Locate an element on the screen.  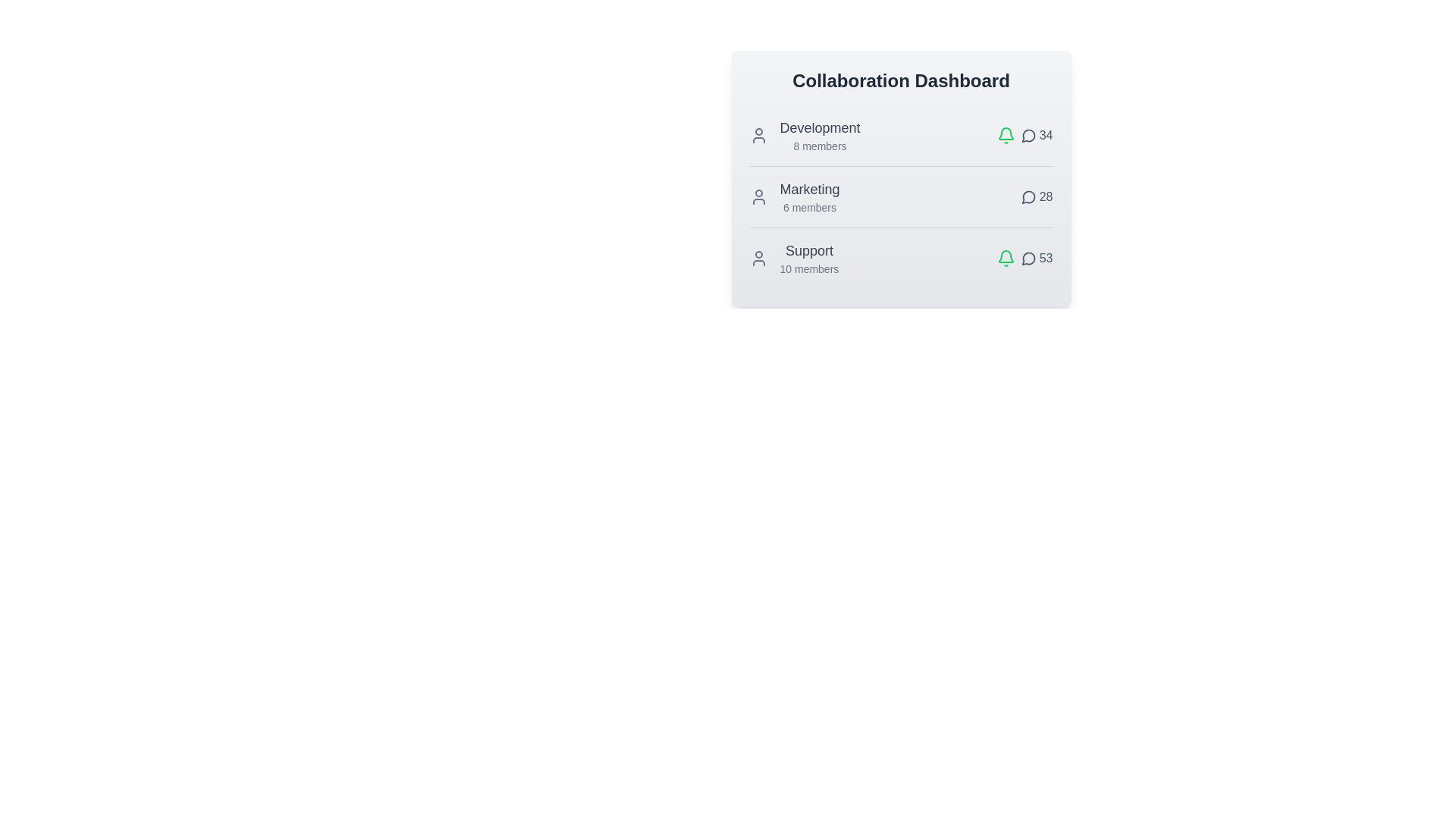
the message_circle icon of the Support team is located at coordinates (1028, 257).